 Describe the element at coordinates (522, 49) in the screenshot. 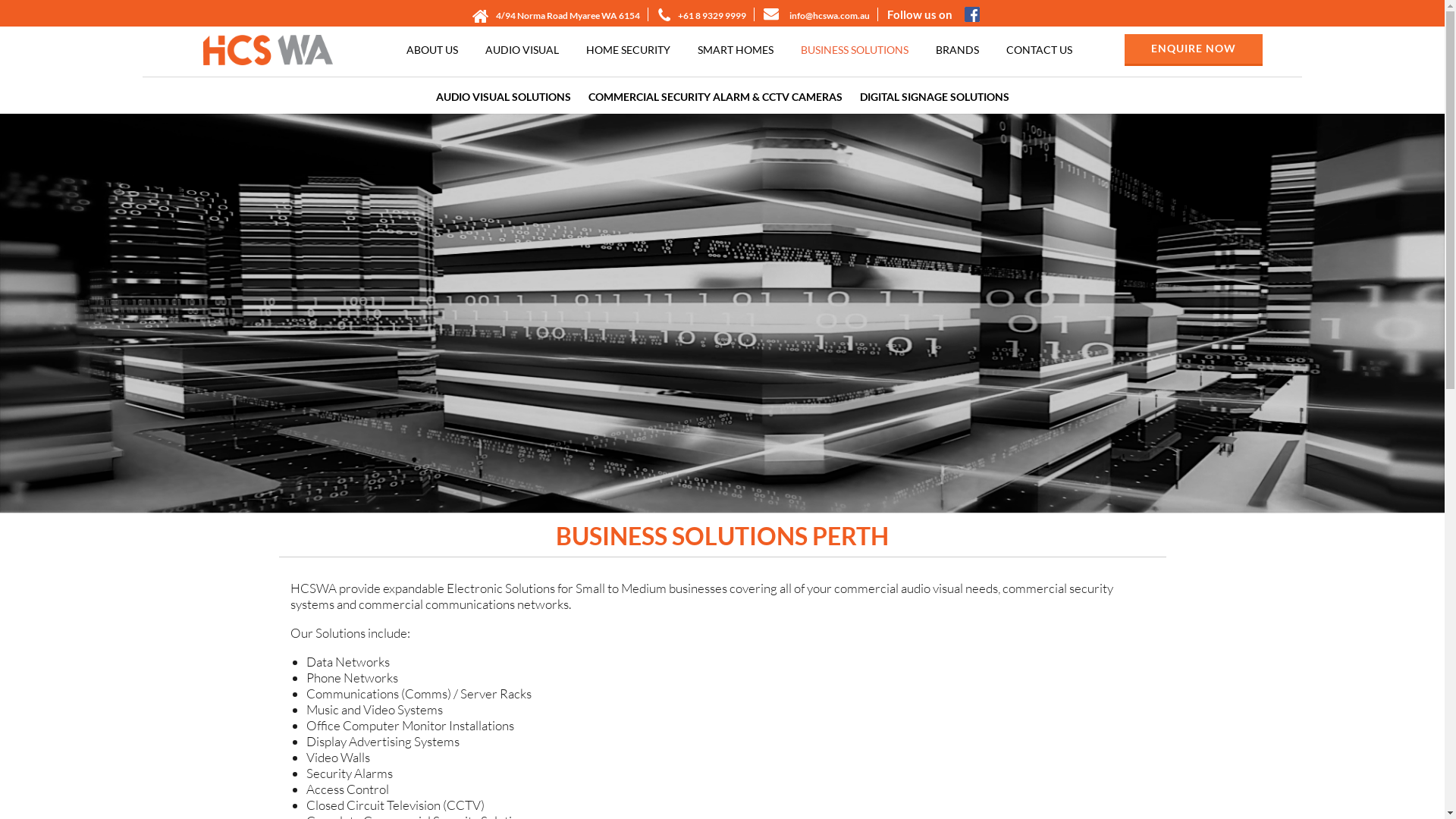

I see `'AUDIO VISUAL'` at that location.